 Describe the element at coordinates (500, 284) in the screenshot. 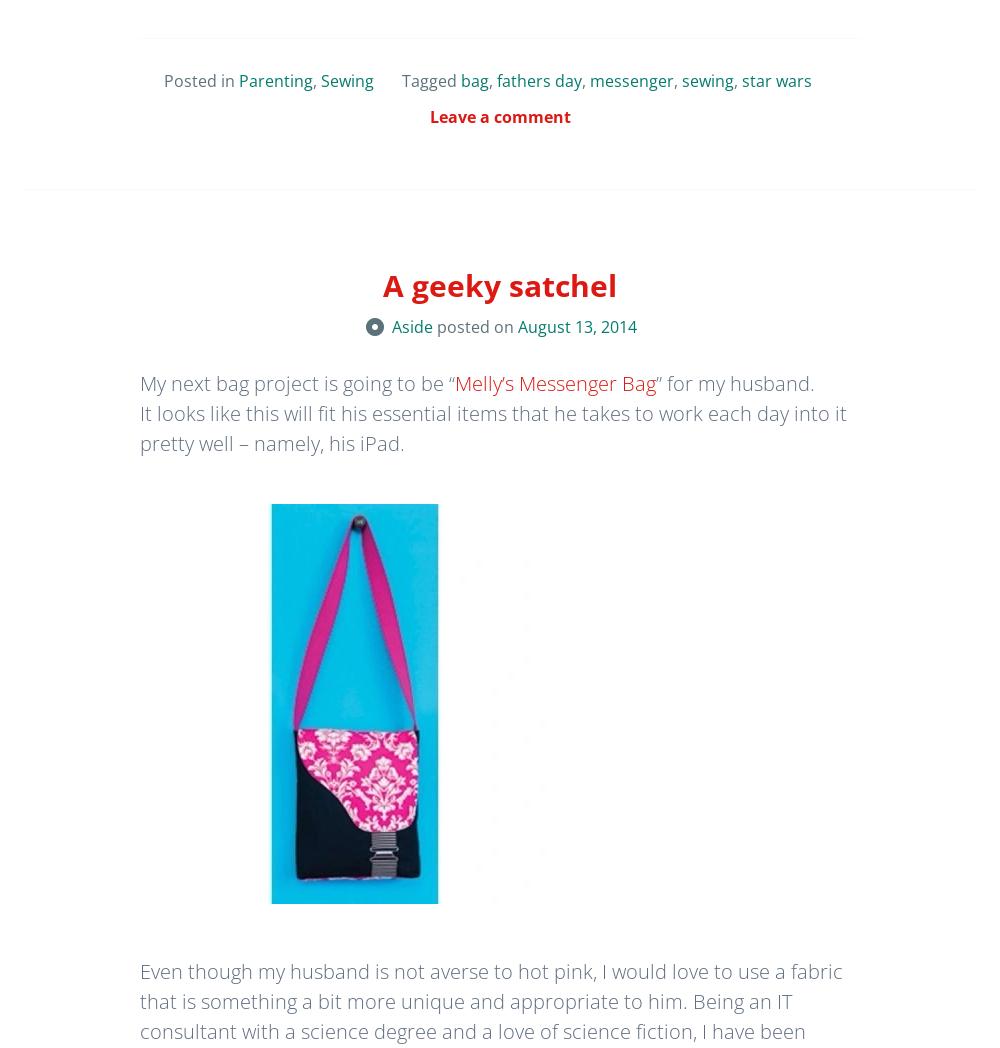

I see `'A geeky satchel'` at that location.